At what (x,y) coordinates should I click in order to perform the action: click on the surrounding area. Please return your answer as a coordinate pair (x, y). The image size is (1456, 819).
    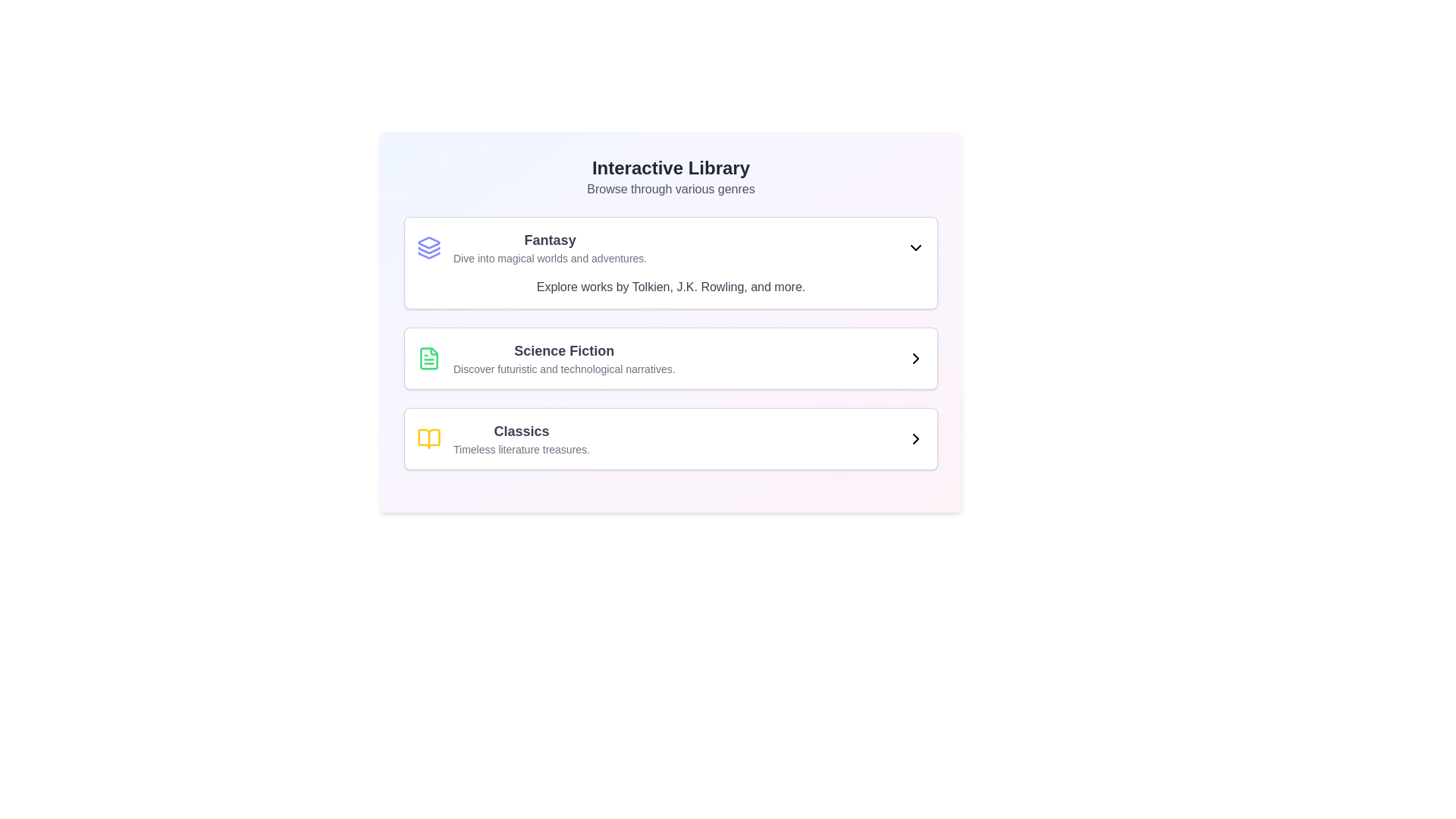
    Looking at the image, I should click on (548, 247).